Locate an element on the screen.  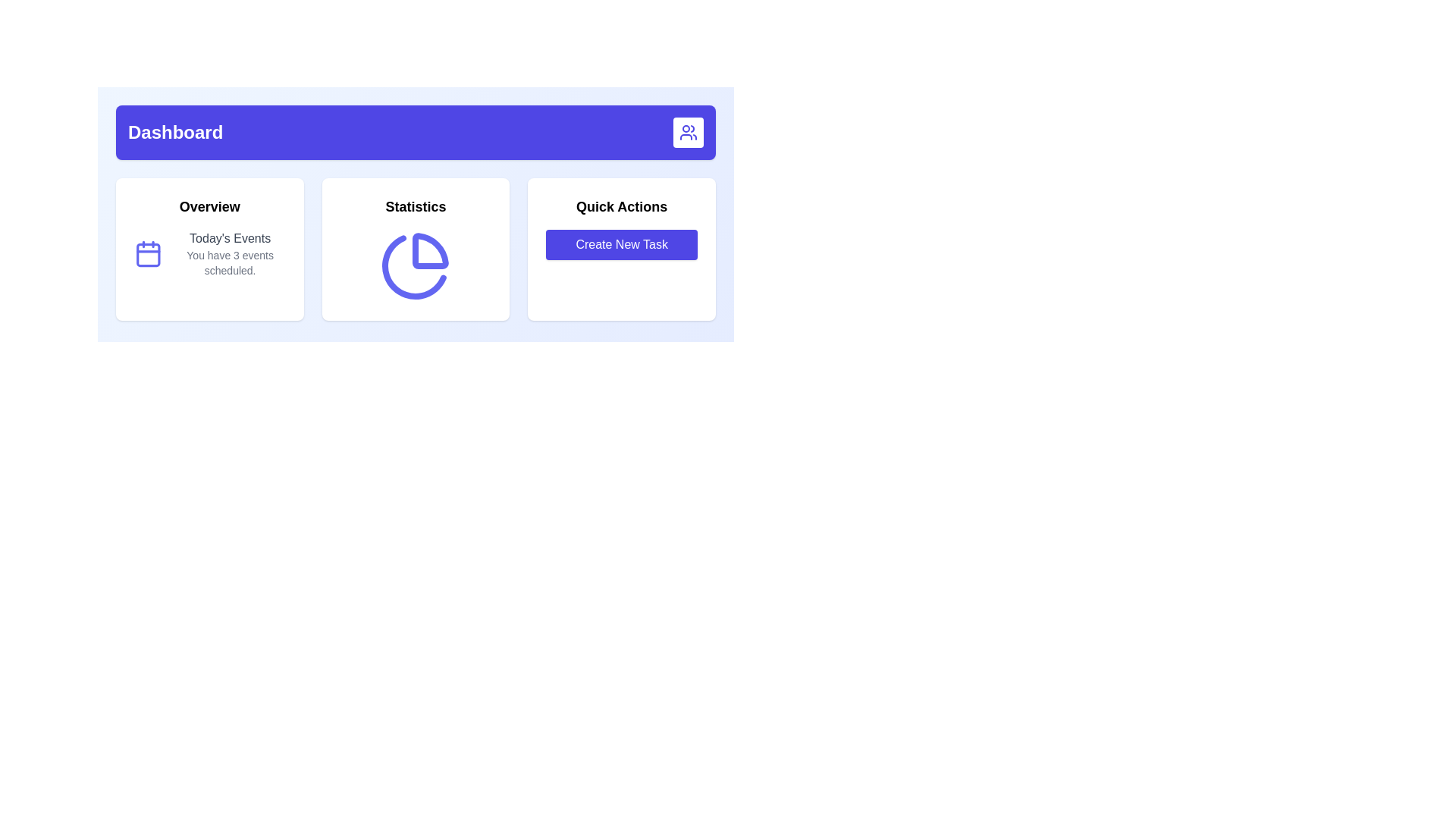
the decorative SVG rectangle element located under the 'Overview' title in the calendar icon on the dashboard interface, part of the 'Today's Events' card is located at coordinates (148, 254).